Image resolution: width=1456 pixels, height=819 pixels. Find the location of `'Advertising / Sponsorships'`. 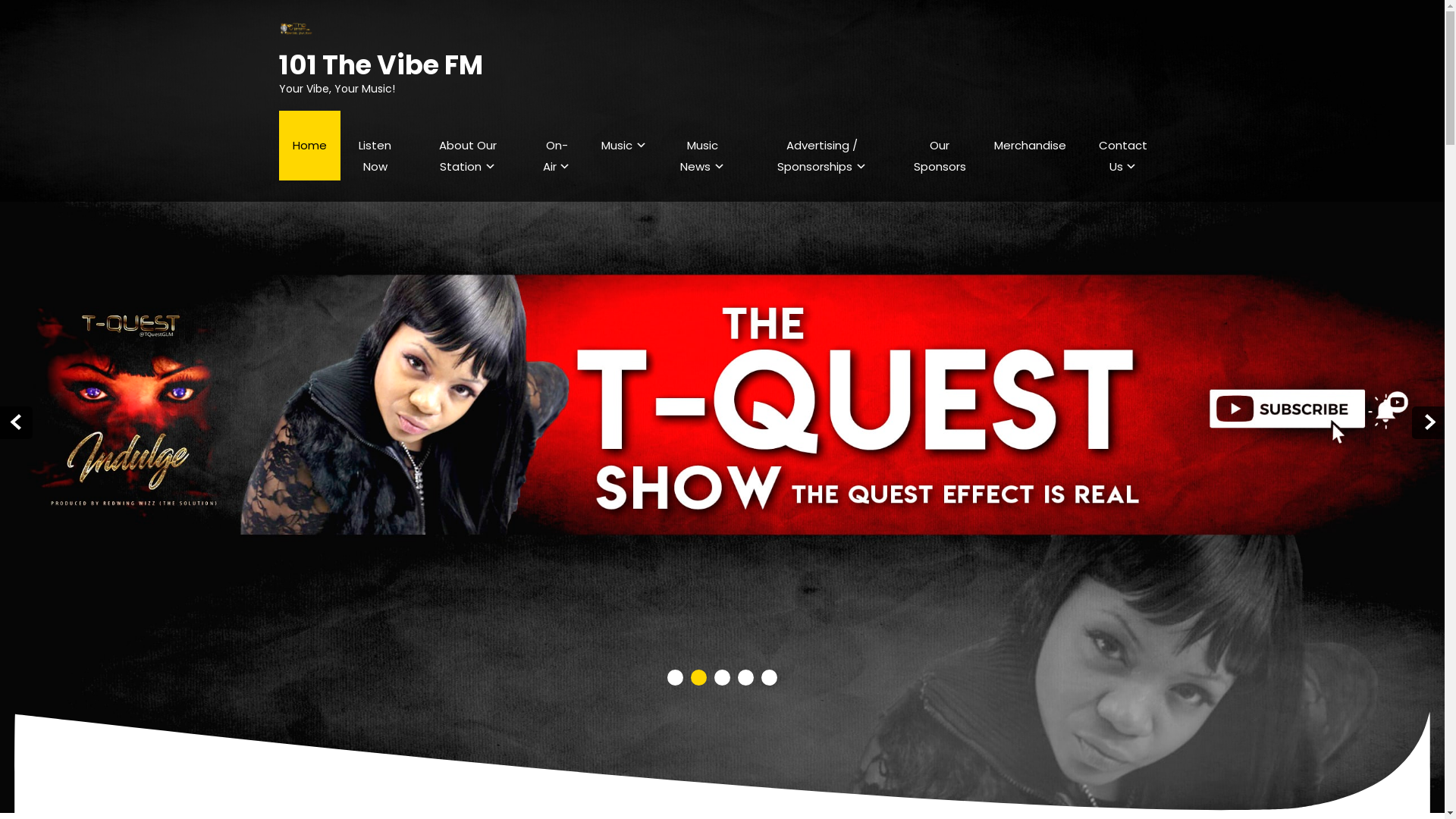

'Advertising / Sponsorships' is located at coordinates (821, 155).